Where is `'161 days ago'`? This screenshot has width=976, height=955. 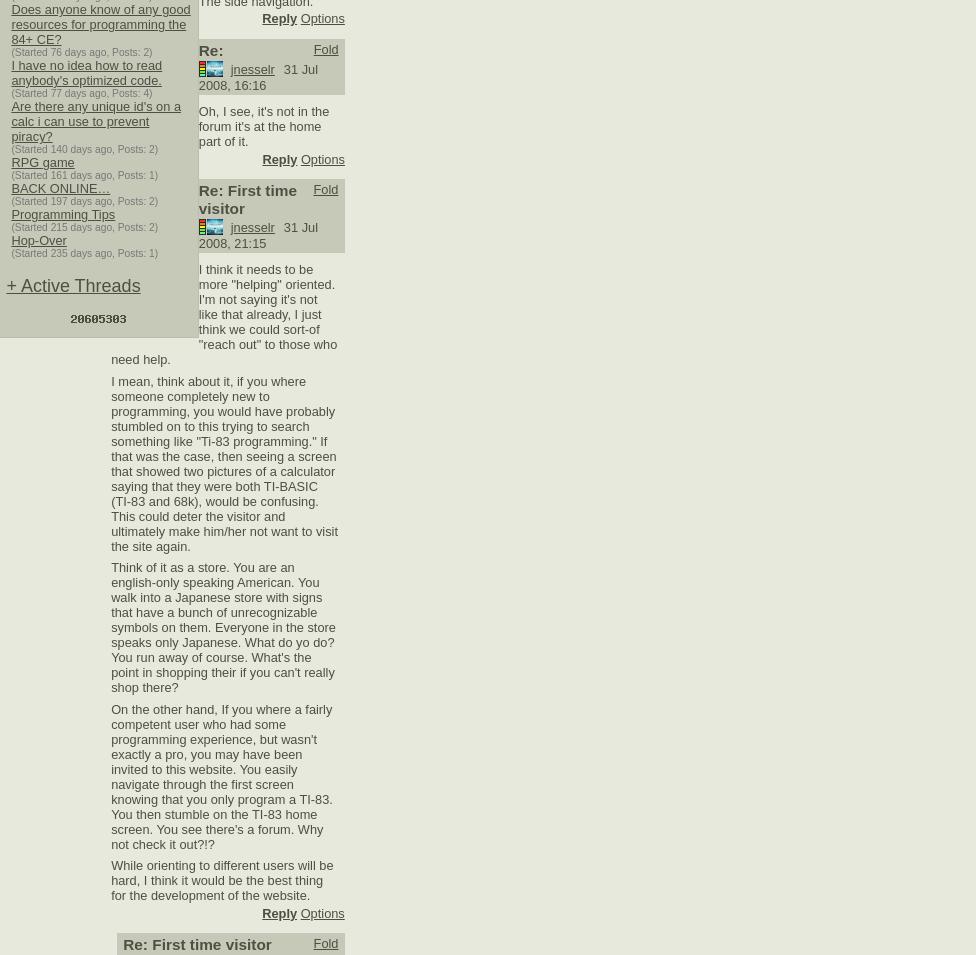 '161 days ago' is located at coordinates (81, 175).